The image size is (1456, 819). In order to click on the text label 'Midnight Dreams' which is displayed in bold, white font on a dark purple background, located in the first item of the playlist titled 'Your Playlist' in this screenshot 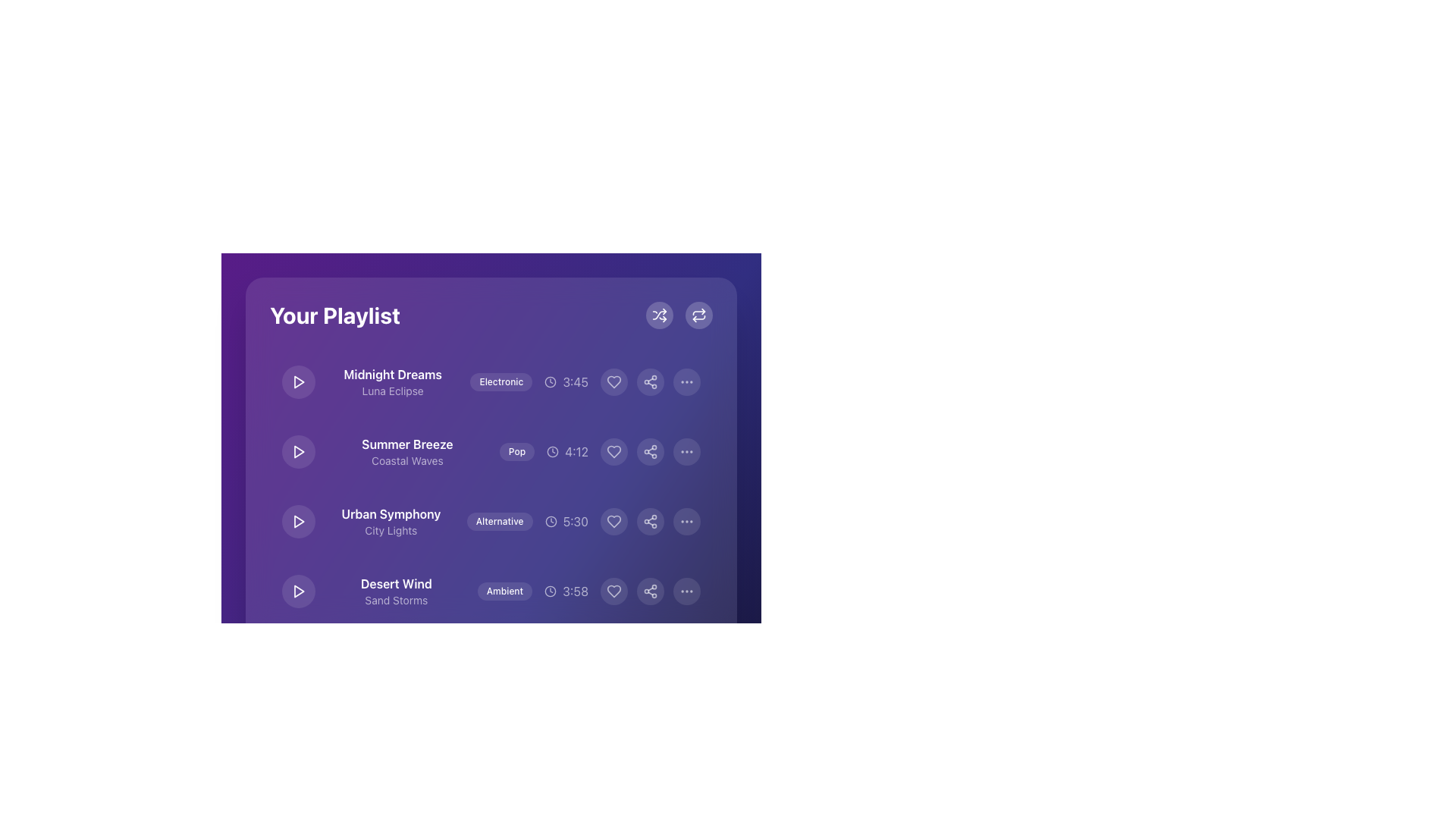, I will do `click(393, 374)`.